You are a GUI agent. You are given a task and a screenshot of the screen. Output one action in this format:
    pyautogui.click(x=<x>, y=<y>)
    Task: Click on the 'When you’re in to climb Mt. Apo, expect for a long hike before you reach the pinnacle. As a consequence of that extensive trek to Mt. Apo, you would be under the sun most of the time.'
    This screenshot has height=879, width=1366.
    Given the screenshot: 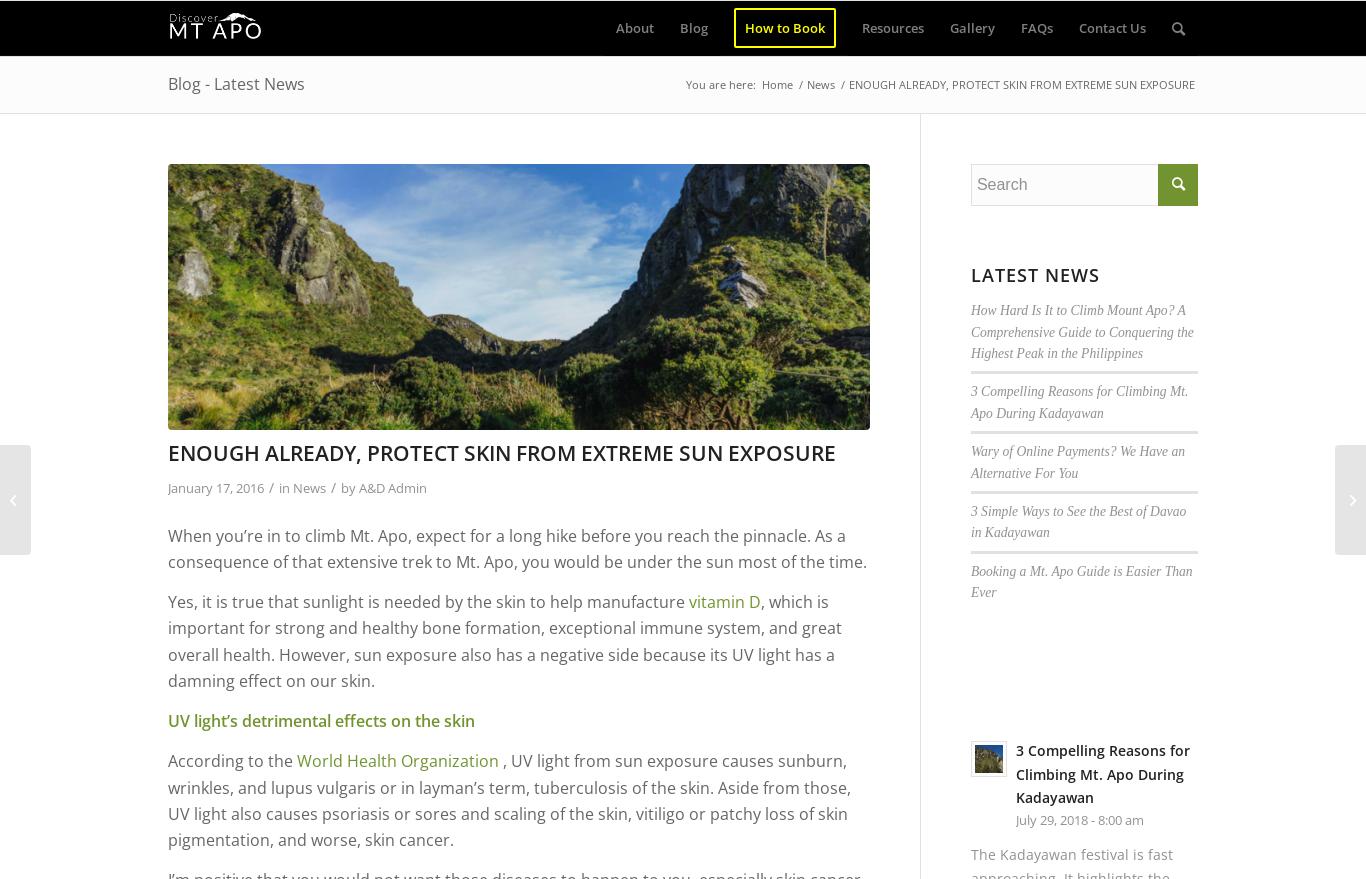 What is the action you would take?
    pyautogui.click(x=517, y=548)
    